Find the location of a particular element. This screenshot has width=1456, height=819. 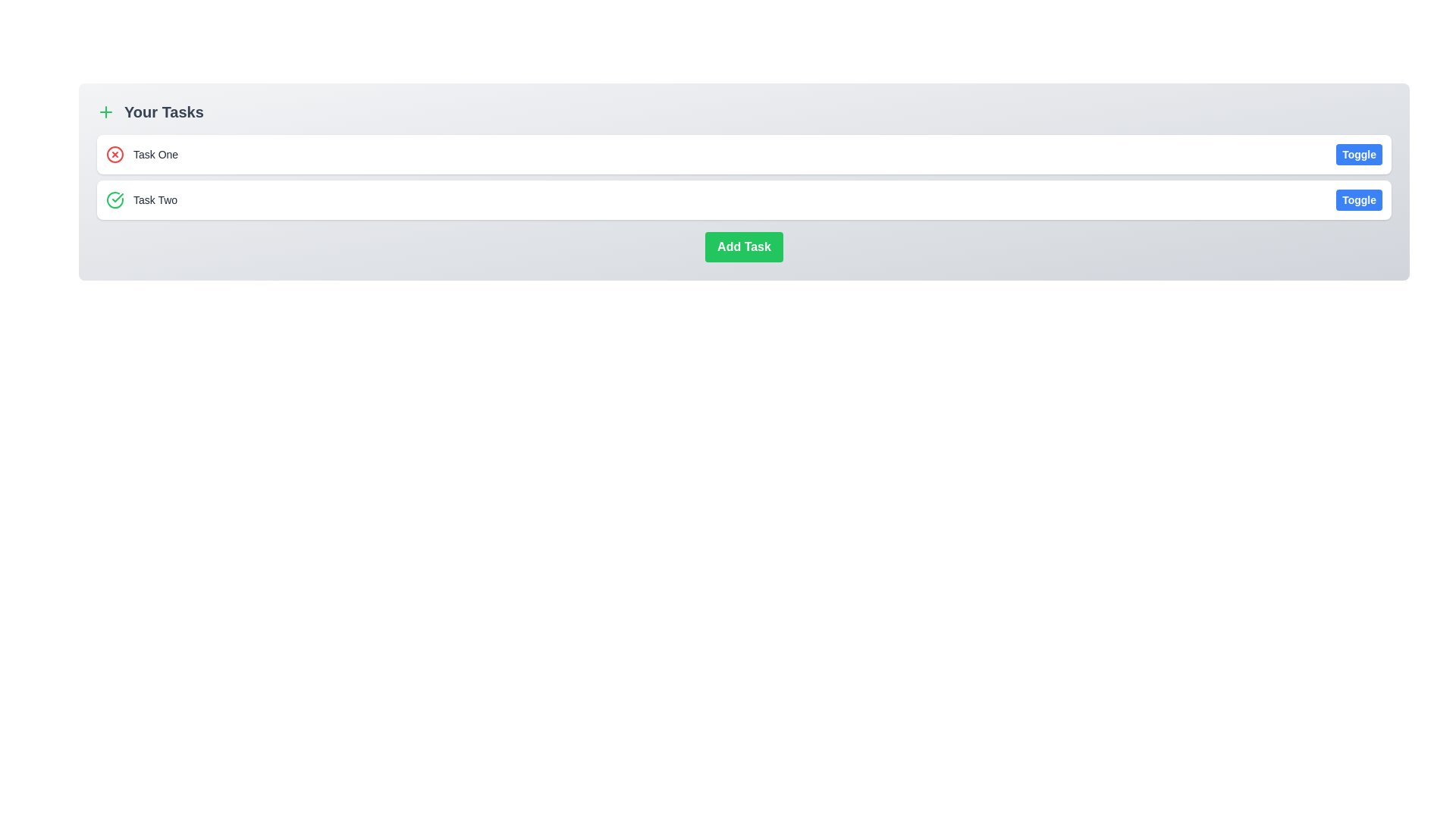

the red circular icon with a cross (X) inside it, located to the immediate left of the text label 'Task One' is located at coordinates (115, 155).